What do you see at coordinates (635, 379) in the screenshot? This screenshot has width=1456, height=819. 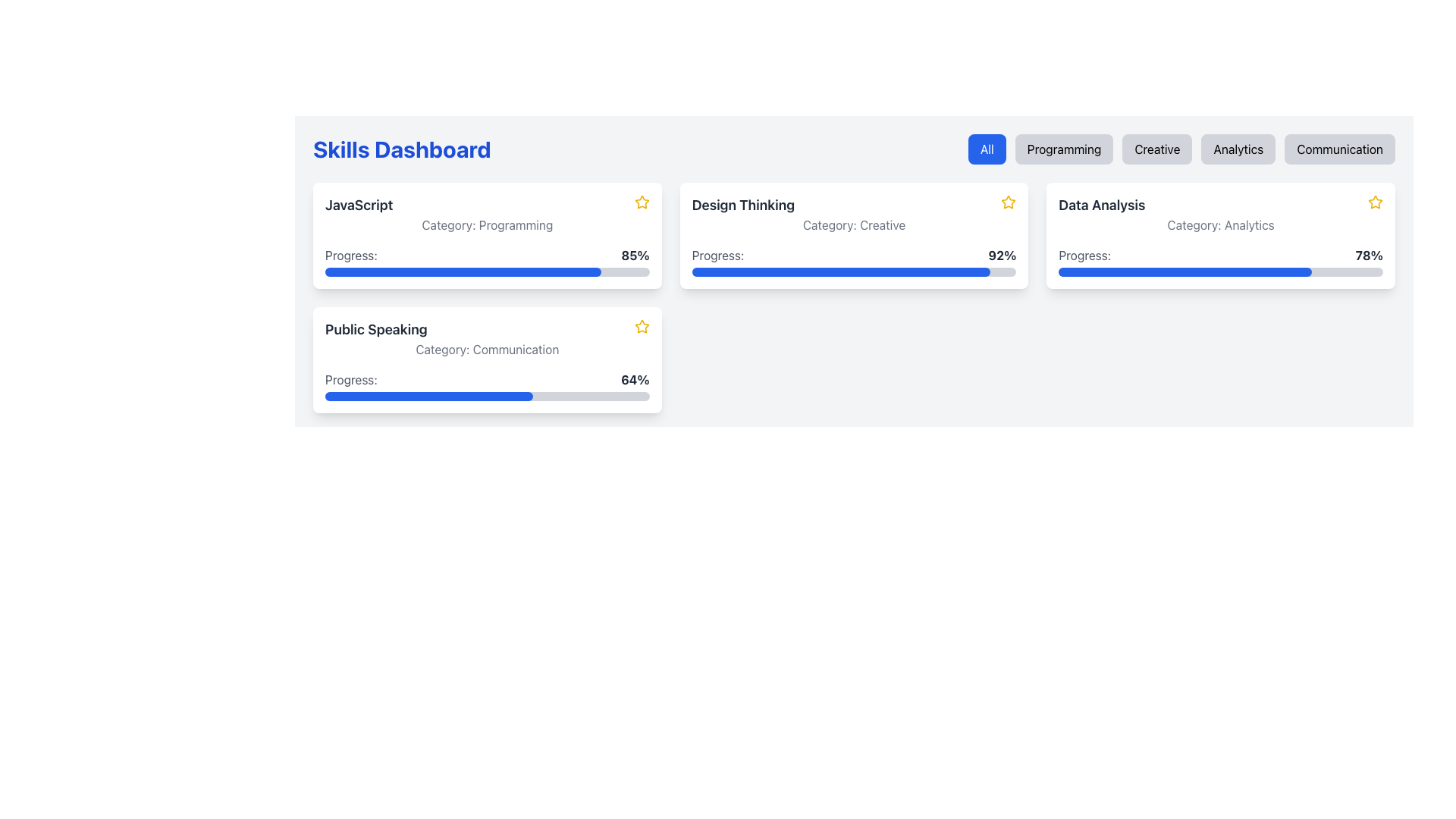 I see `displayed percentage from the Text Label that shows the progress value, located to the right of the 'Progress:' label within the 'Public Speaking' card` at bounding box center [635, 379].